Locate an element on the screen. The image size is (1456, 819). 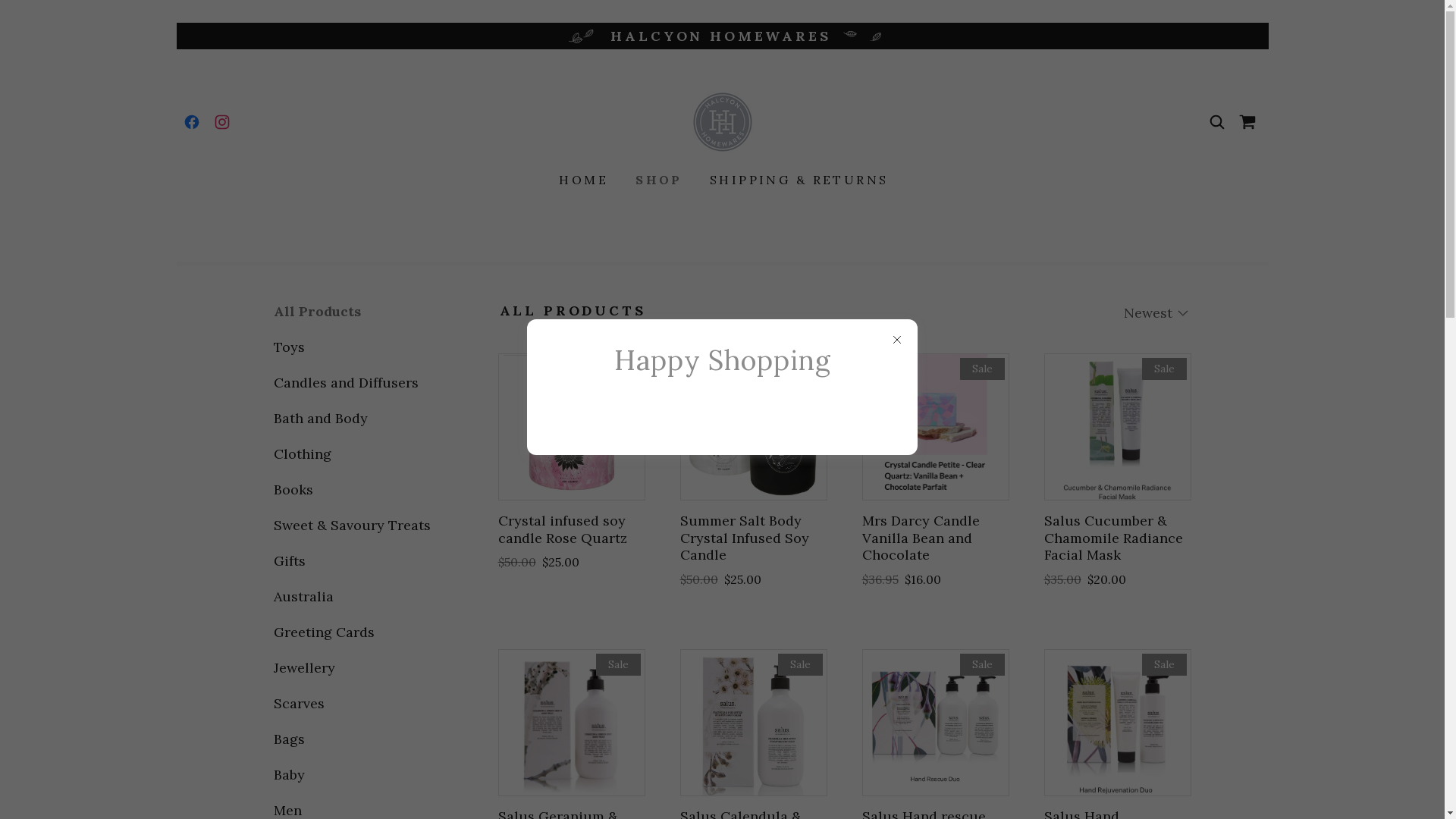
'Greeting Cards' is located at coordinates (356, 632).